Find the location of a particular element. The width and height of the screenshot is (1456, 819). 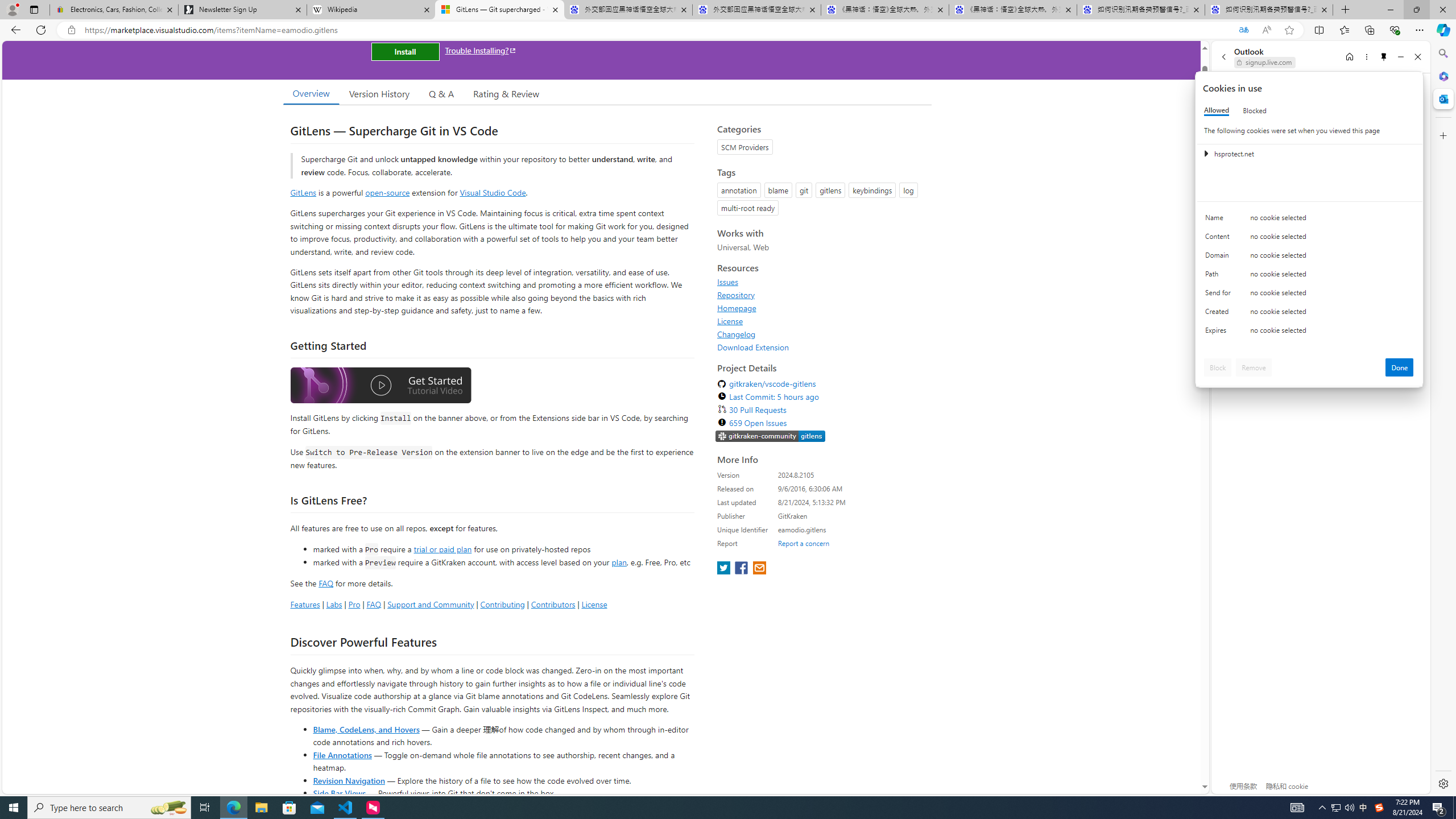

'Expires' is located at coordinates (1219, 333).